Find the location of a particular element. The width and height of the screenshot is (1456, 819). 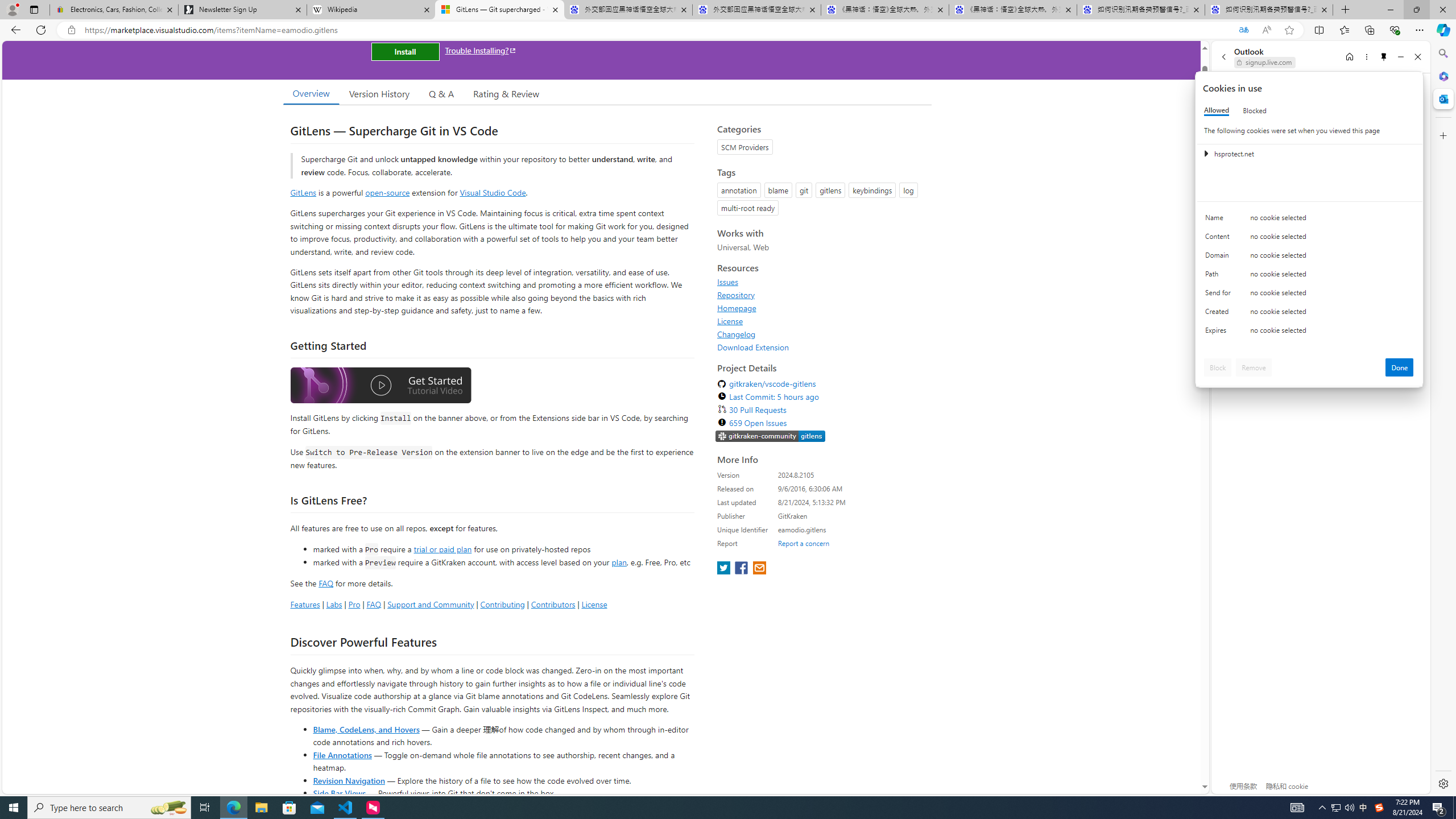

'Expires' is located at coordinates (1219, 333).